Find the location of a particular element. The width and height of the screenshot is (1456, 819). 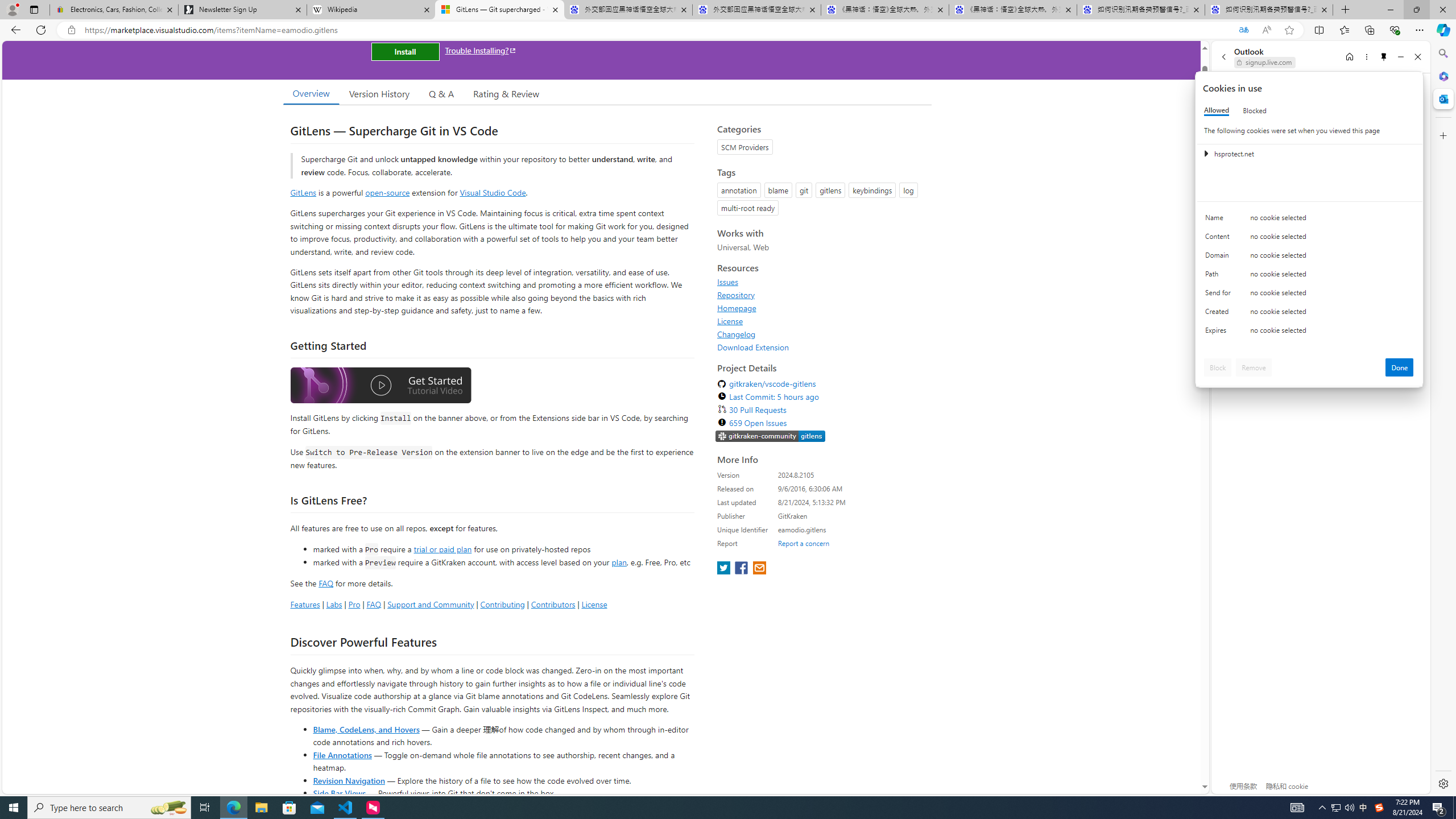

'Expires' is located at coordinates (1219, 333).